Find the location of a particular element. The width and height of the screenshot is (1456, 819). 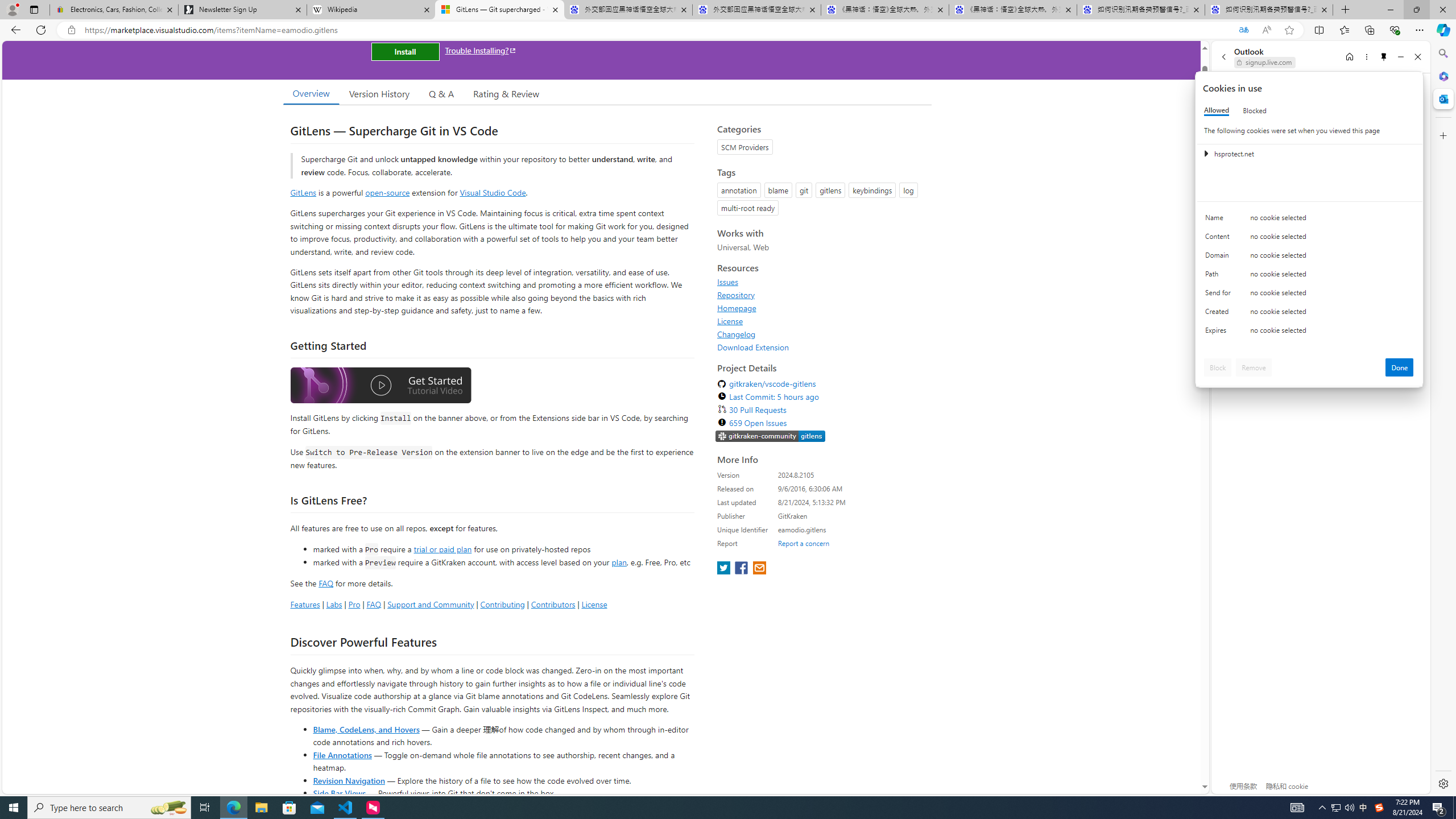

'Expires' is located at coordinates (1219, 333).